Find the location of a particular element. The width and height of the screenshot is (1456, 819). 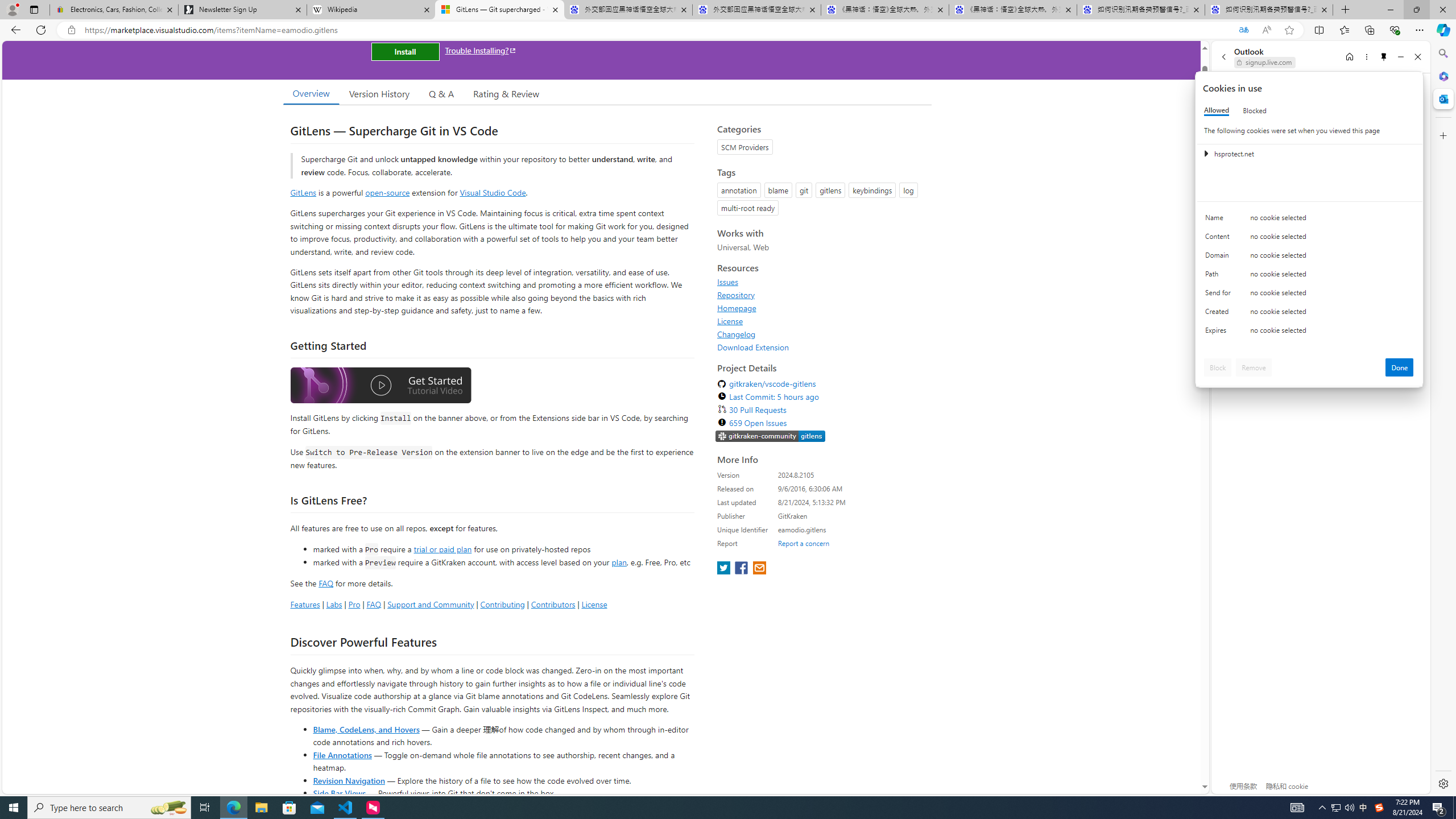

'Expires' is located at coordinates (1219, 333).